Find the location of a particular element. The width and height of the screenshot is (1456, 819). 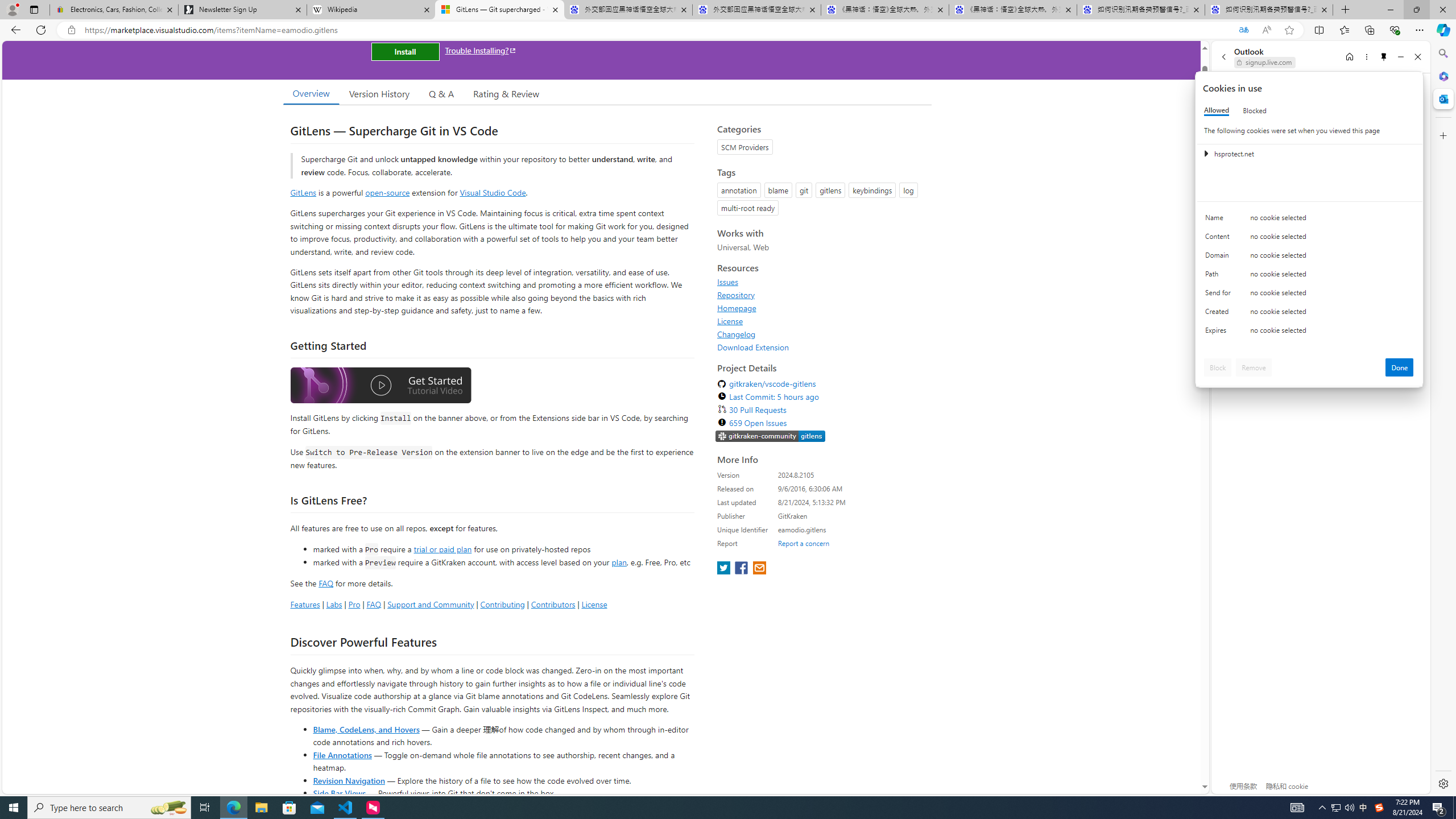

'Expires' is located at coordinates (1219, 333).